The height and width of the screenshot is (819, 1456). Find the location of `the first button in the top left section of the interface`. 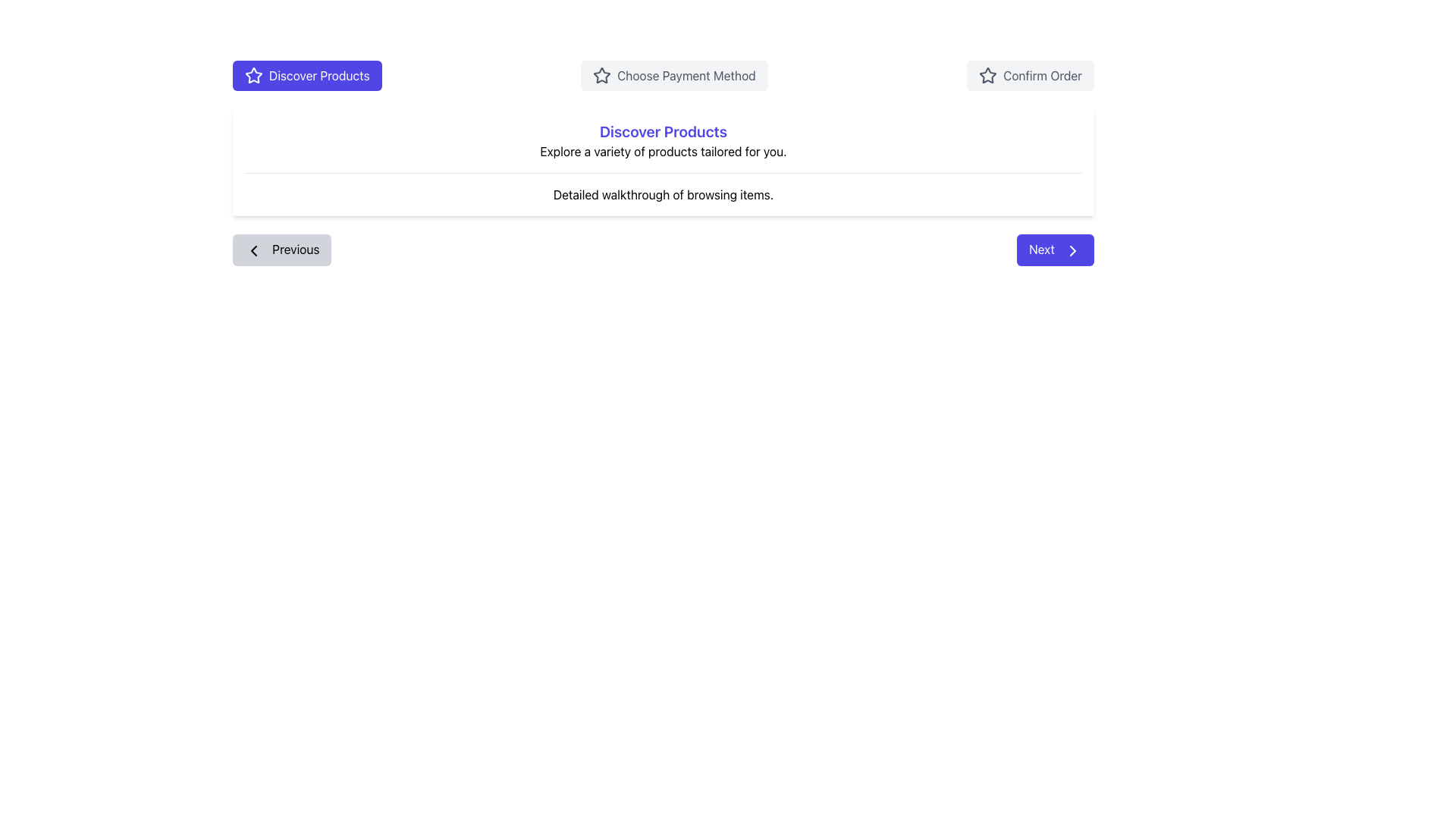

the first button in the top left section of the interface is located at coordinates (306, 76).